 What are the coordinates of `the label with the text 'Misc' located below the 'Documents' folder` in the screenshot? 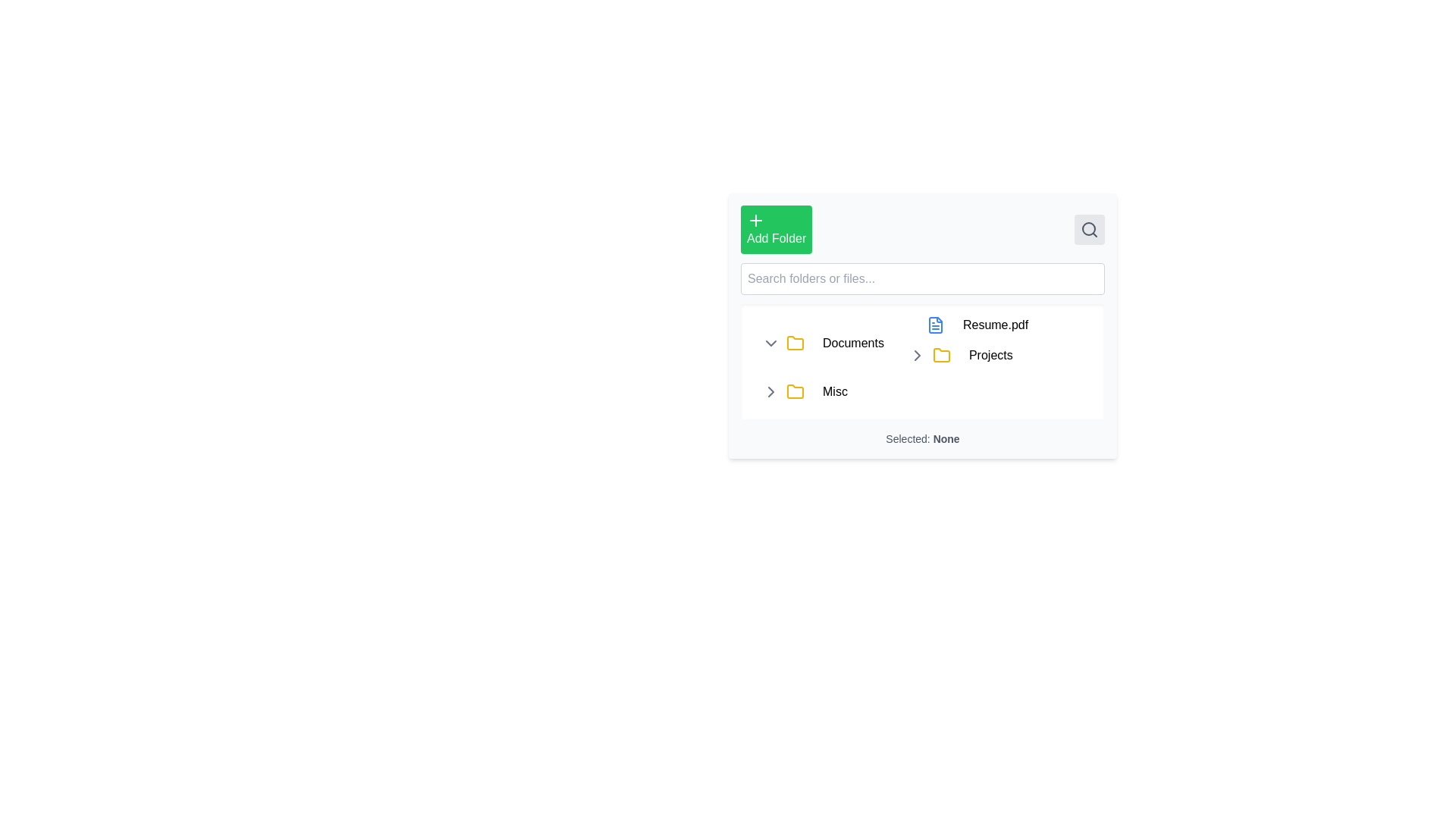 It's located at (834, 391).